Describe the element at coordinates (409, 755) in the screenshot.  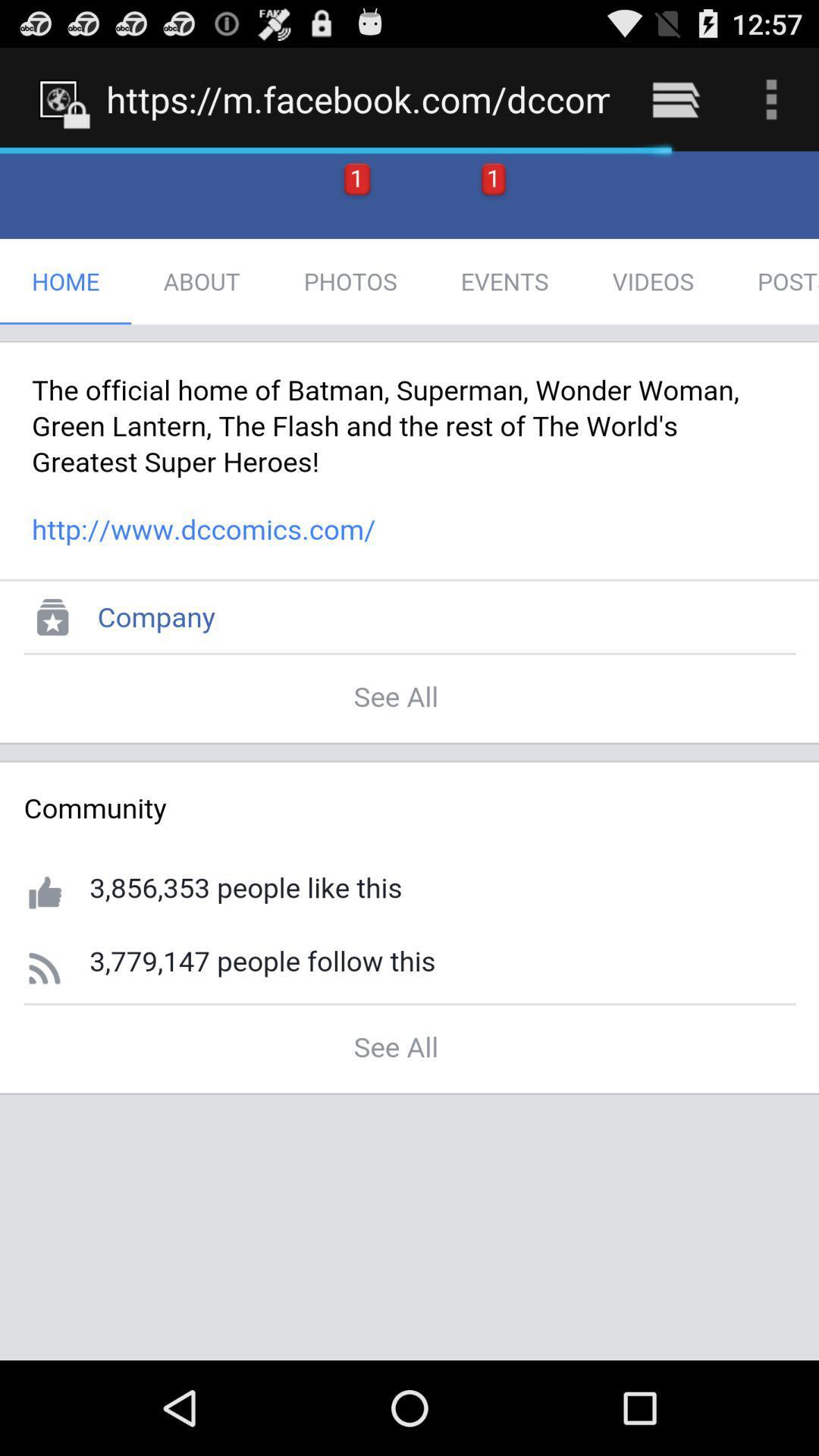
I see `the item at the center` at that location.